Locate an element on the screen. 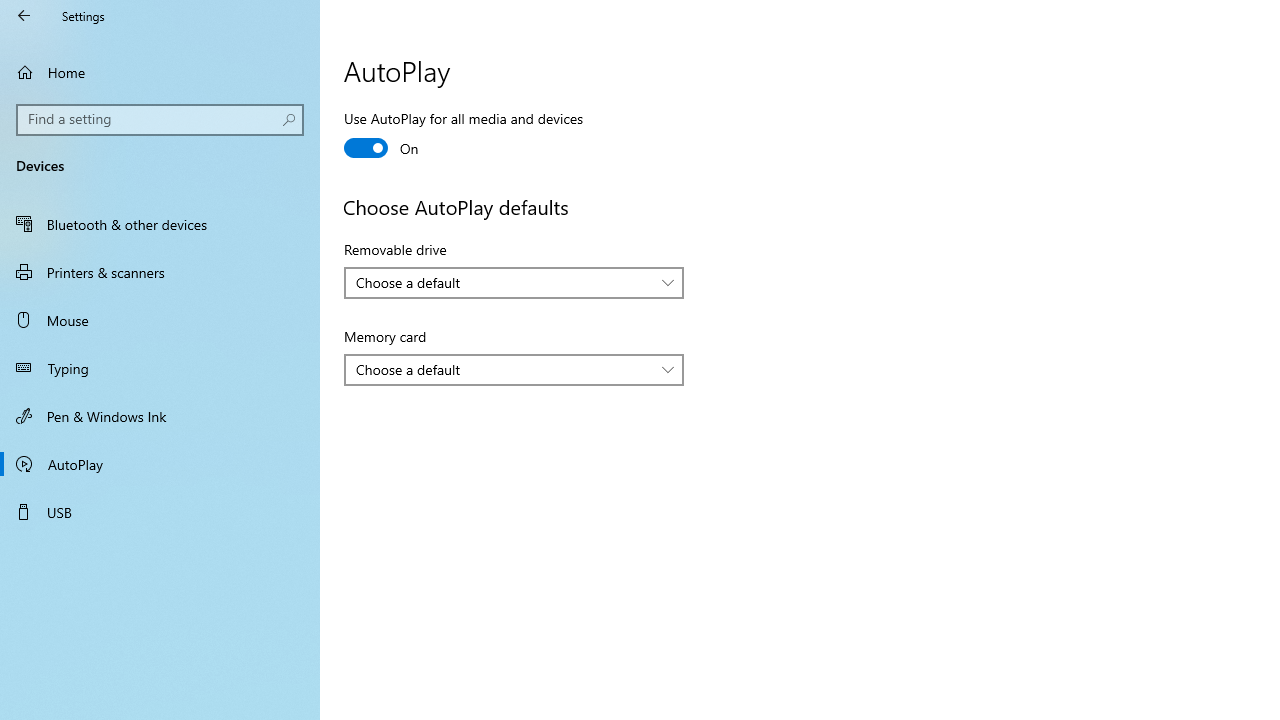  'Printers & scanners' is located at coordinates (160, 271).